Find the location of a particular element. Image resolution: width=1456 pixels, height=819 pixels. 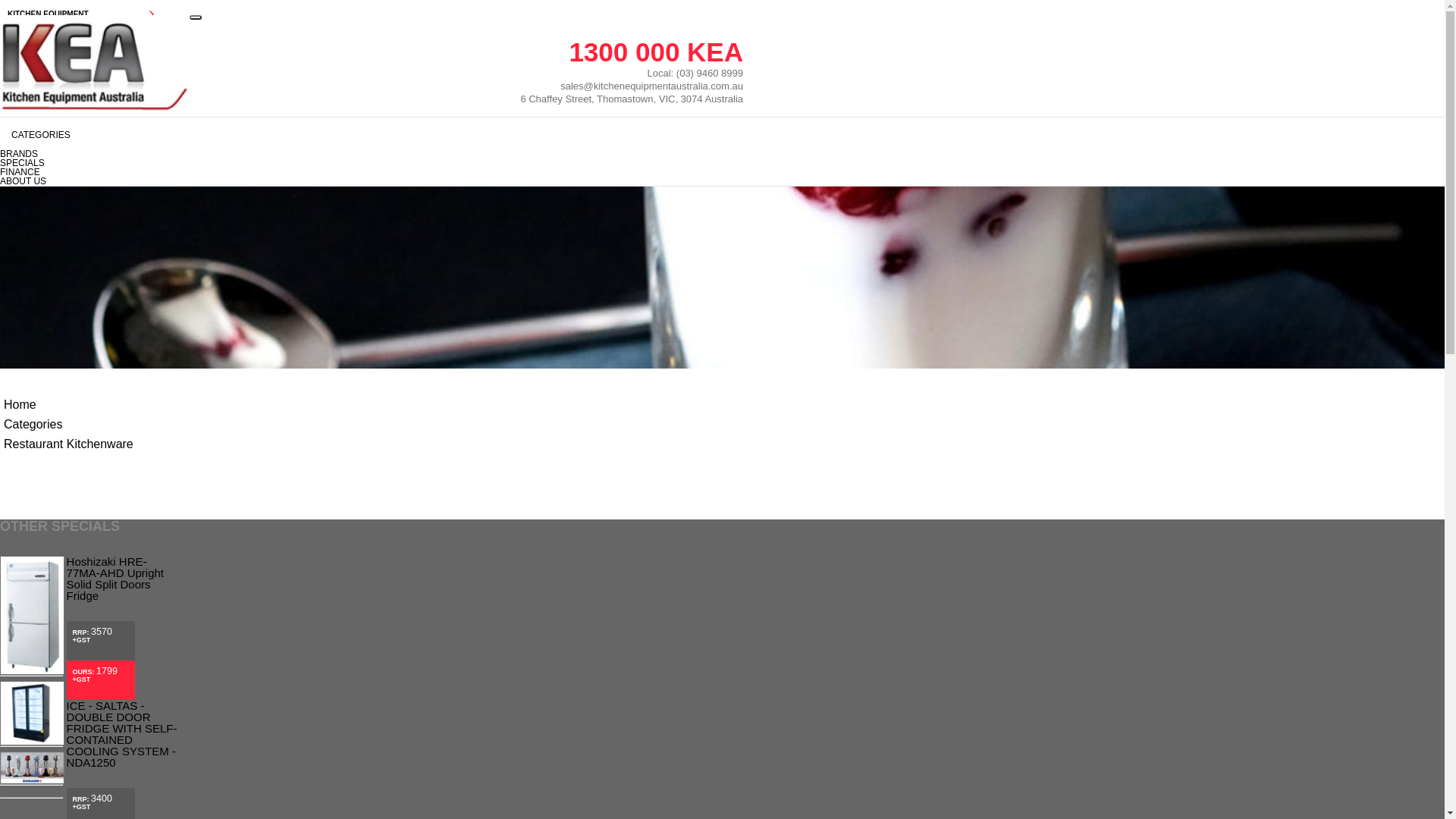

'CATEGORIES' is located at coordinates (371, 134).